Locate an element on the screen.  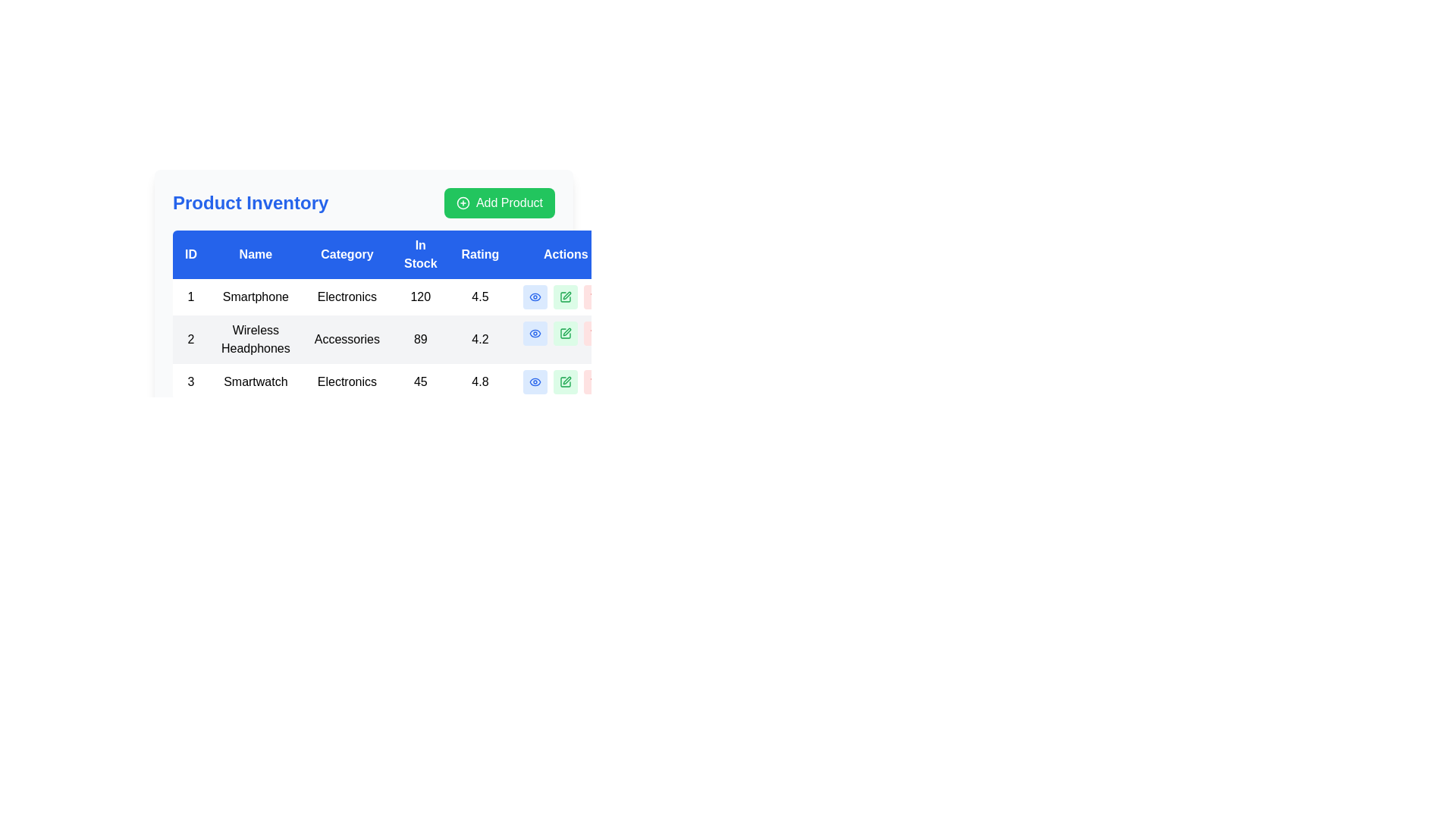
the edit icon button located in the 'Actions' column of the last row in the product table is located at coordinates (565, 381).